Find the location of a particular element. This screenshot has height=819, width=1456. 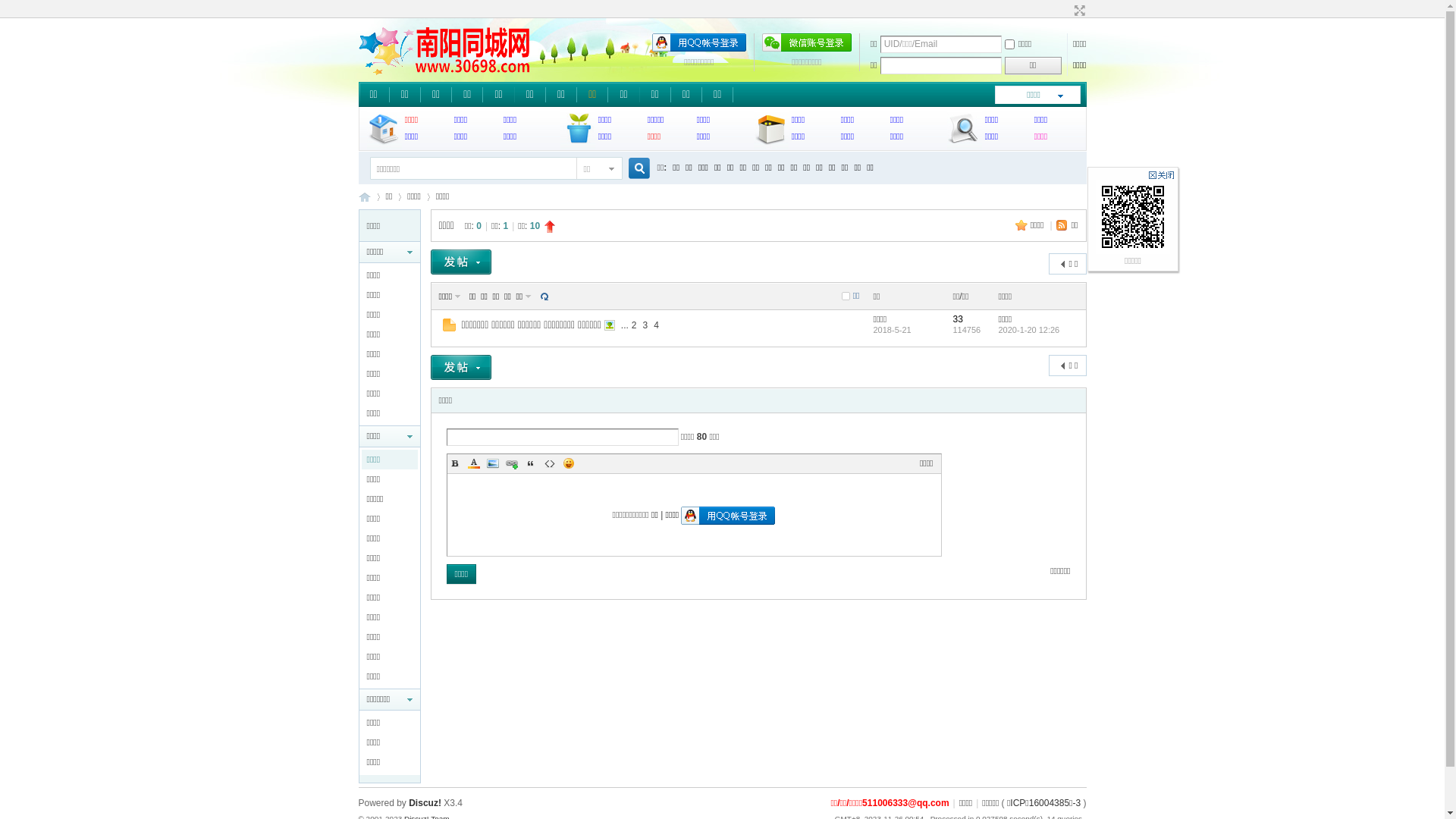

'Color' is located at coordinates (472, 462).